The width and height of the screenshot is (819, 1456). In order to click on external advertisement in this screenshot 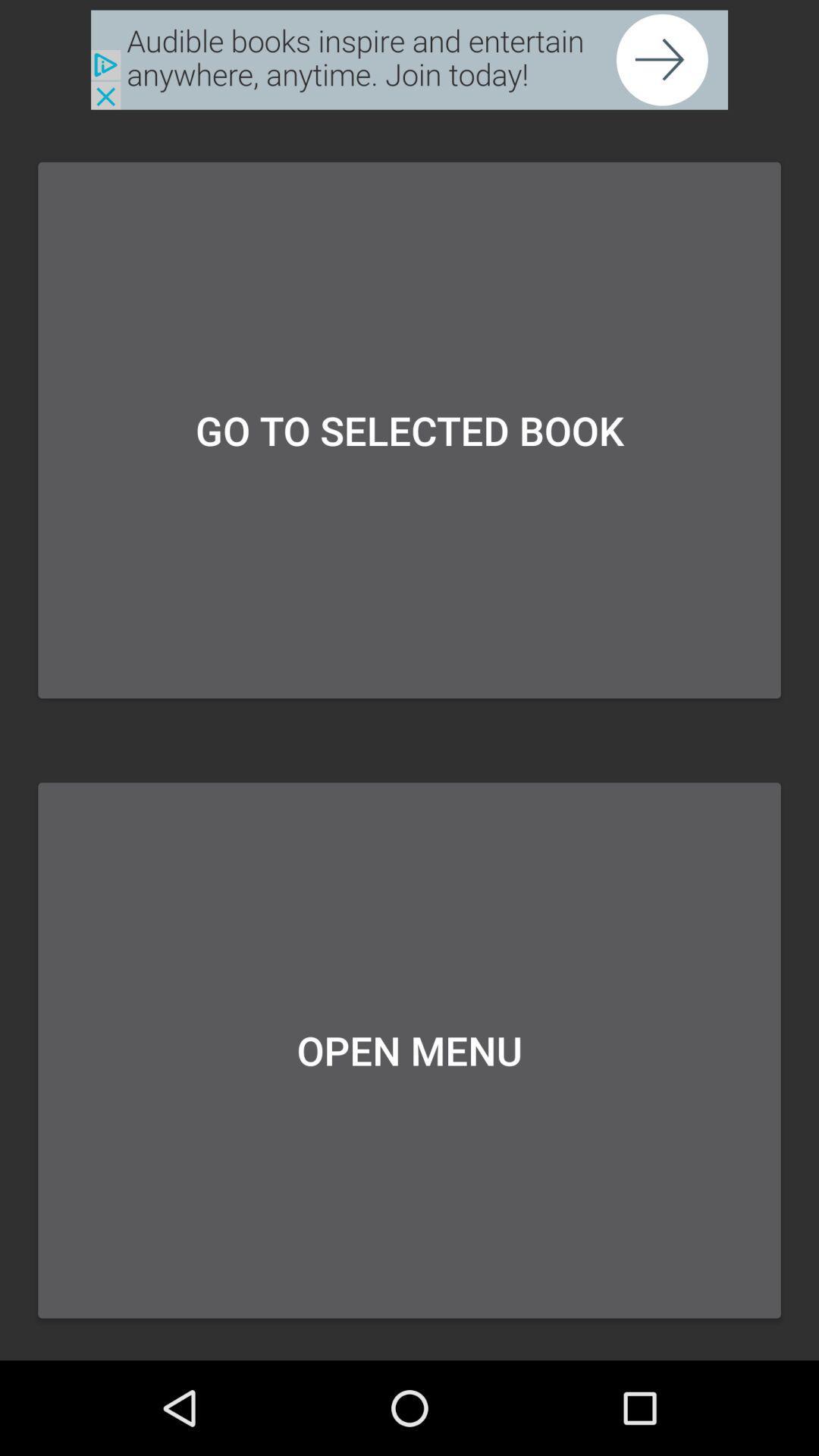, I will do `click(409, 60)`.